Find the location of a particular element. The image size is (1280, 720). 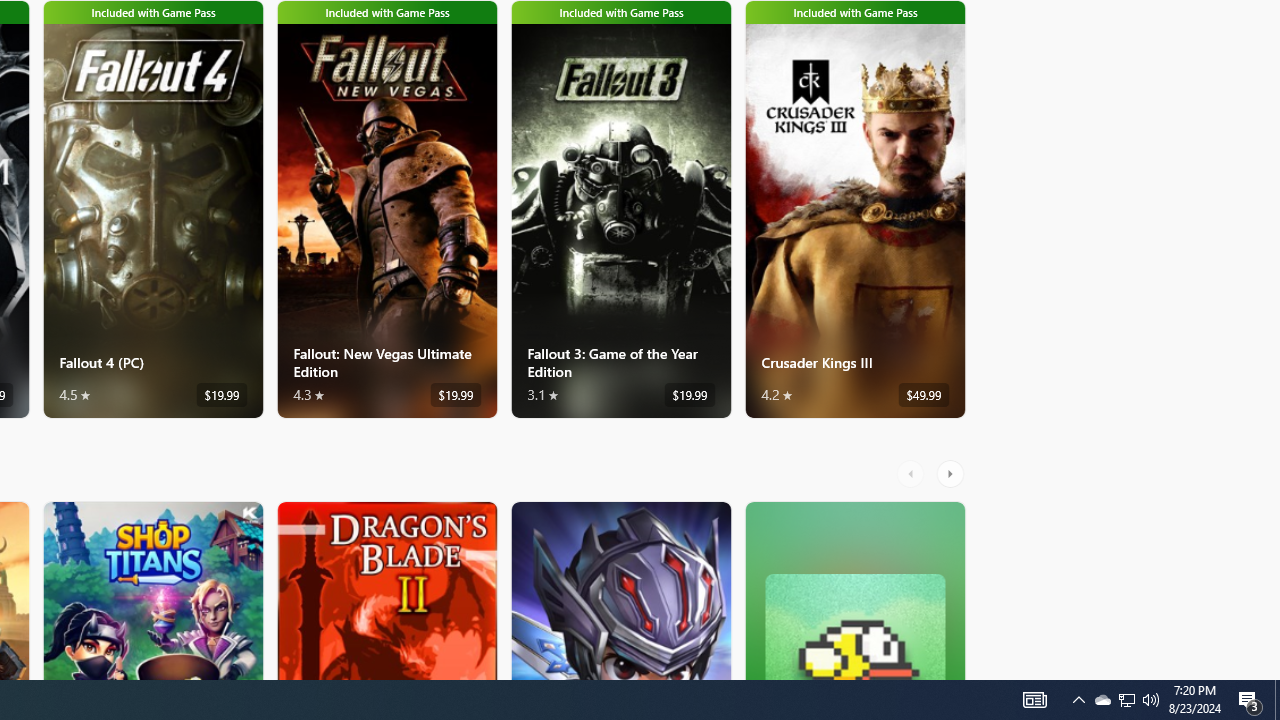

'Flappy Bird. Average rating of 3.3 out of five stars. Free  ' is located at coordinates (855, 589).